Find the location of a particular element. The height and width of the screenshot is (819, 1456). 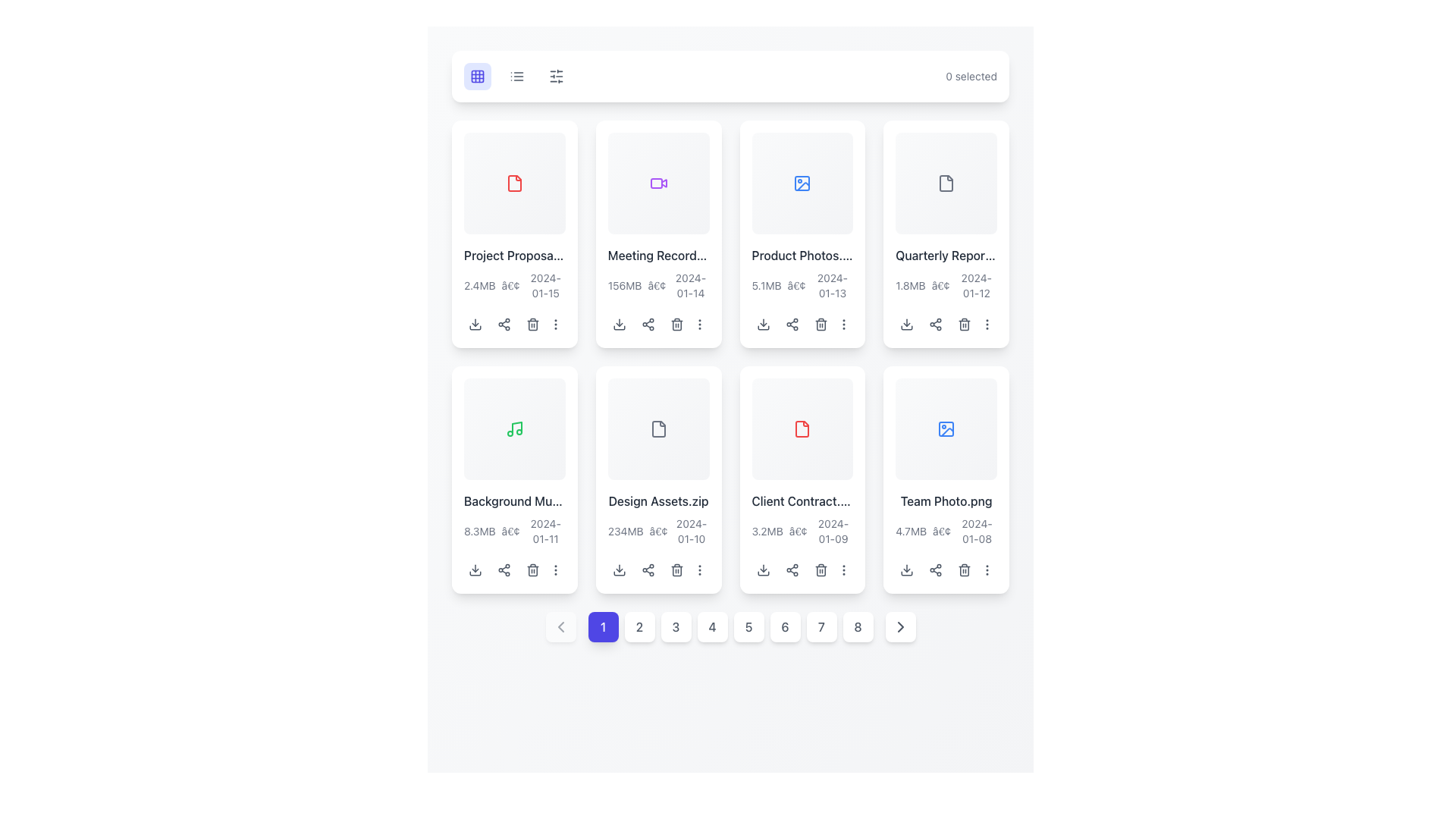

the red-highlighted PDF file icon located is located at coordinates (802, 428).